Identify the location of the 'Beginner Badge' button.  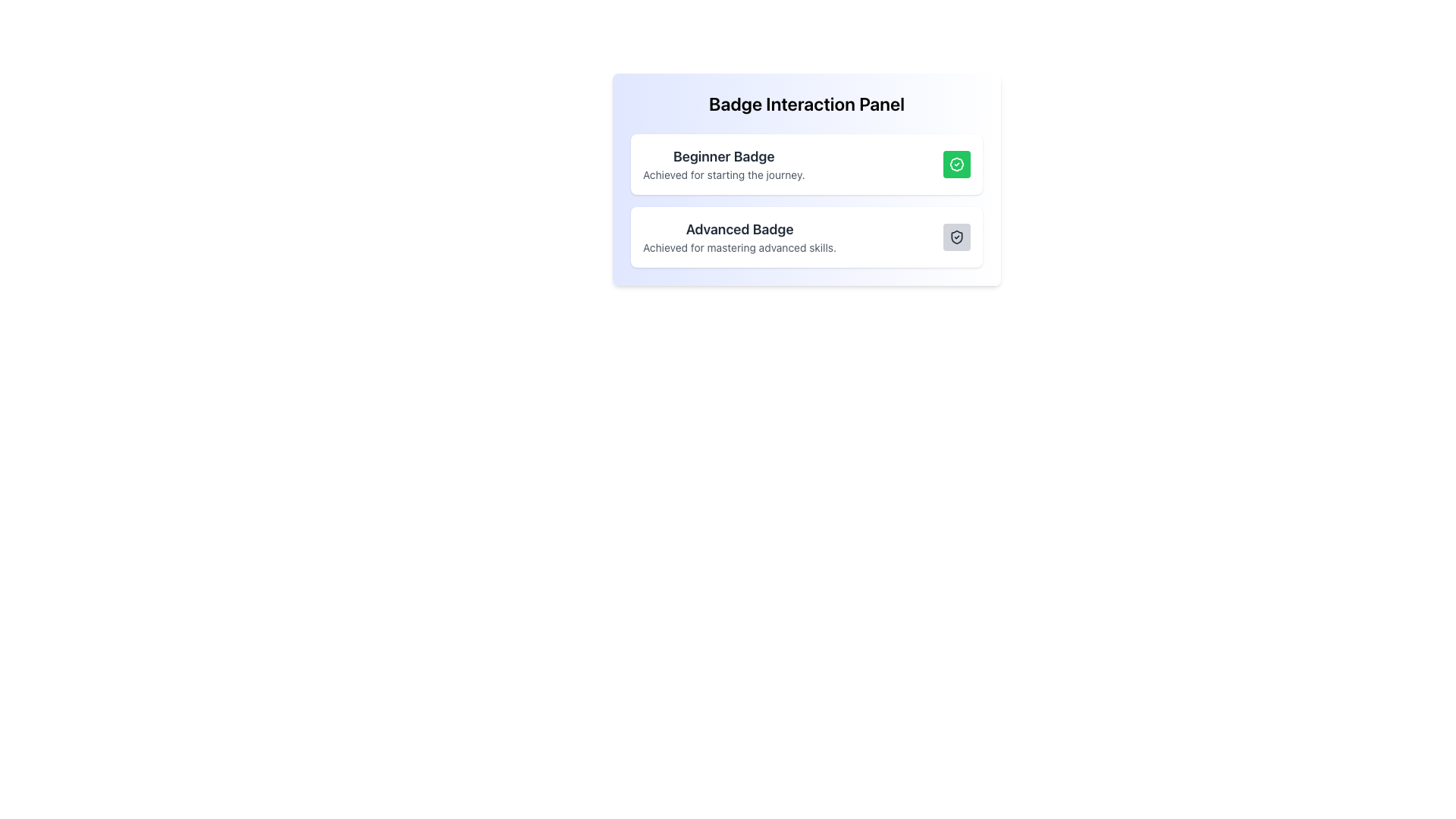
(956, 164).